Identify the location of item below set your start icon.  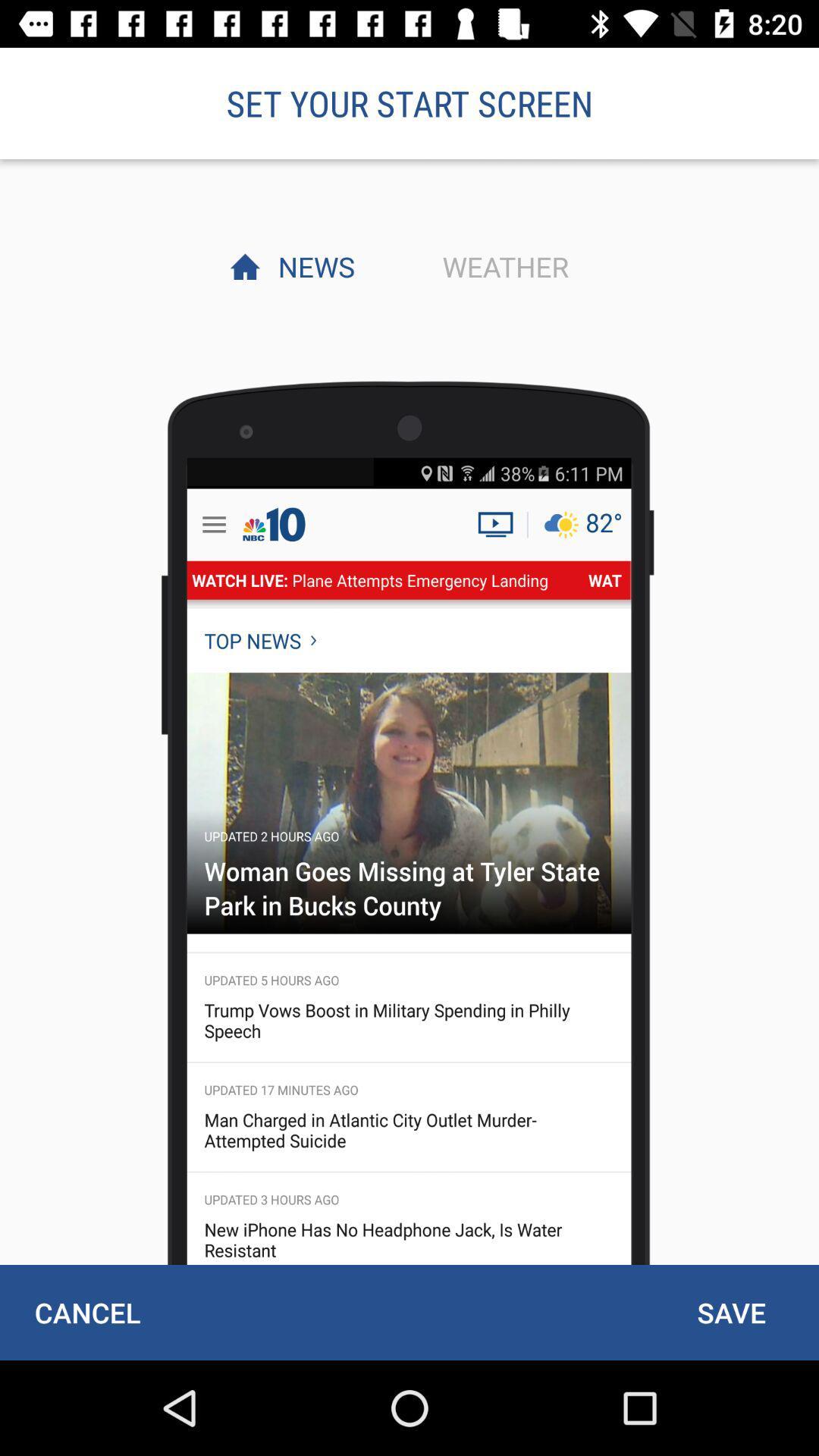
(501, 266).